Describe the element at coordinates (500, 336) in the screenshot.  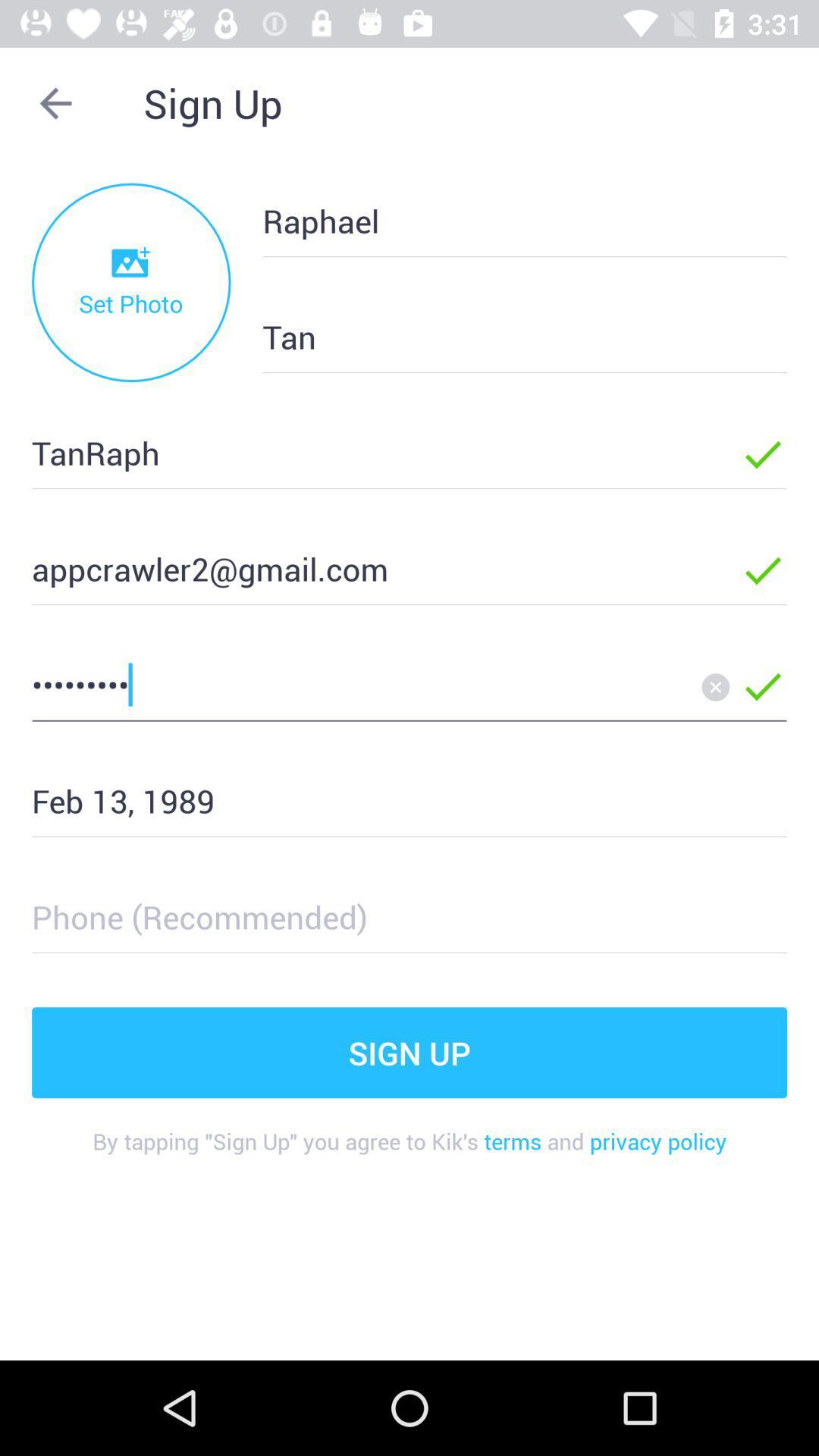
I see `the item to the right of the set photo item` at that location.